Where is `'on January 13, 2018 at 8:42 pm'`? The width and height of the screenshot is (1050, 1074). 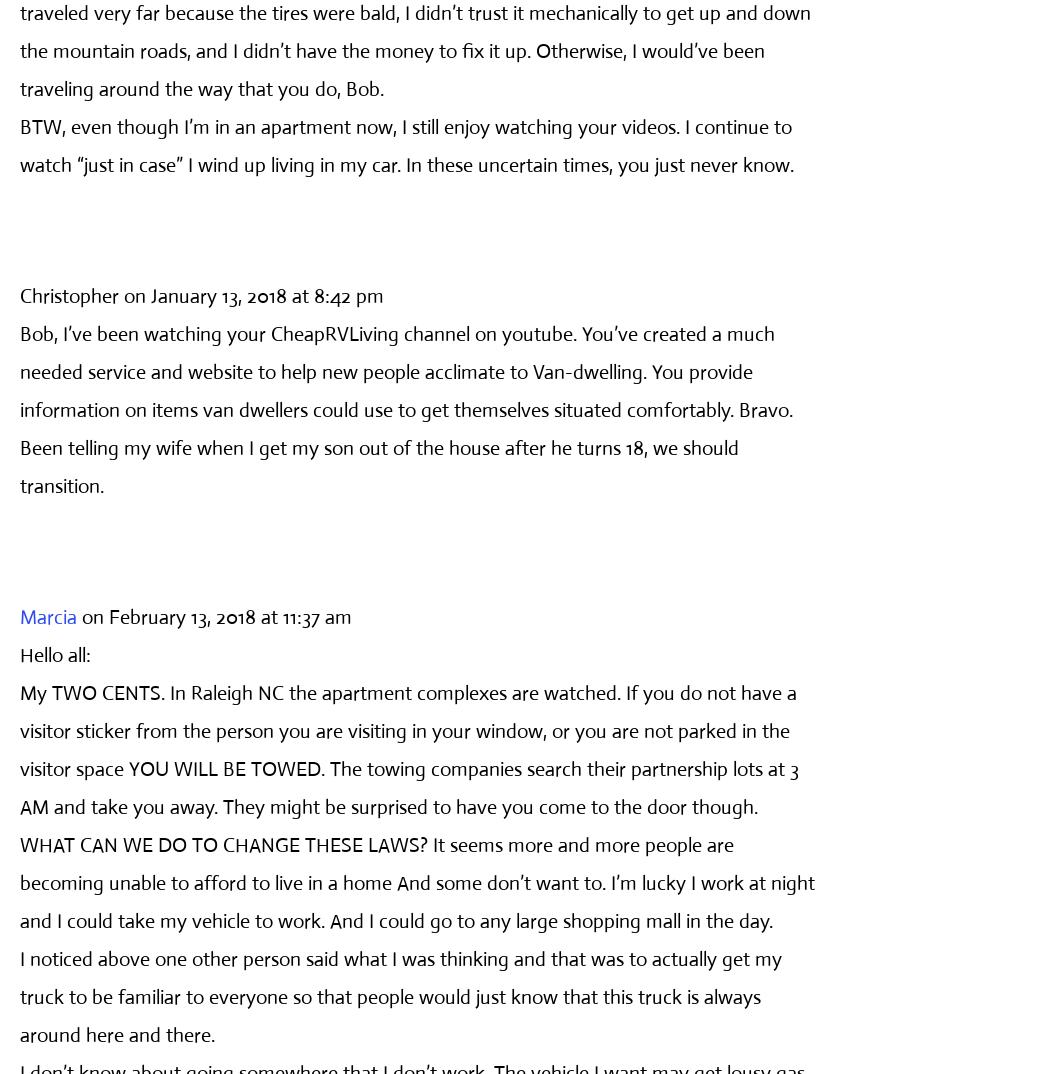 'on January 13, 2018 at 8:42 pm' is located at coordinates (253, 295).